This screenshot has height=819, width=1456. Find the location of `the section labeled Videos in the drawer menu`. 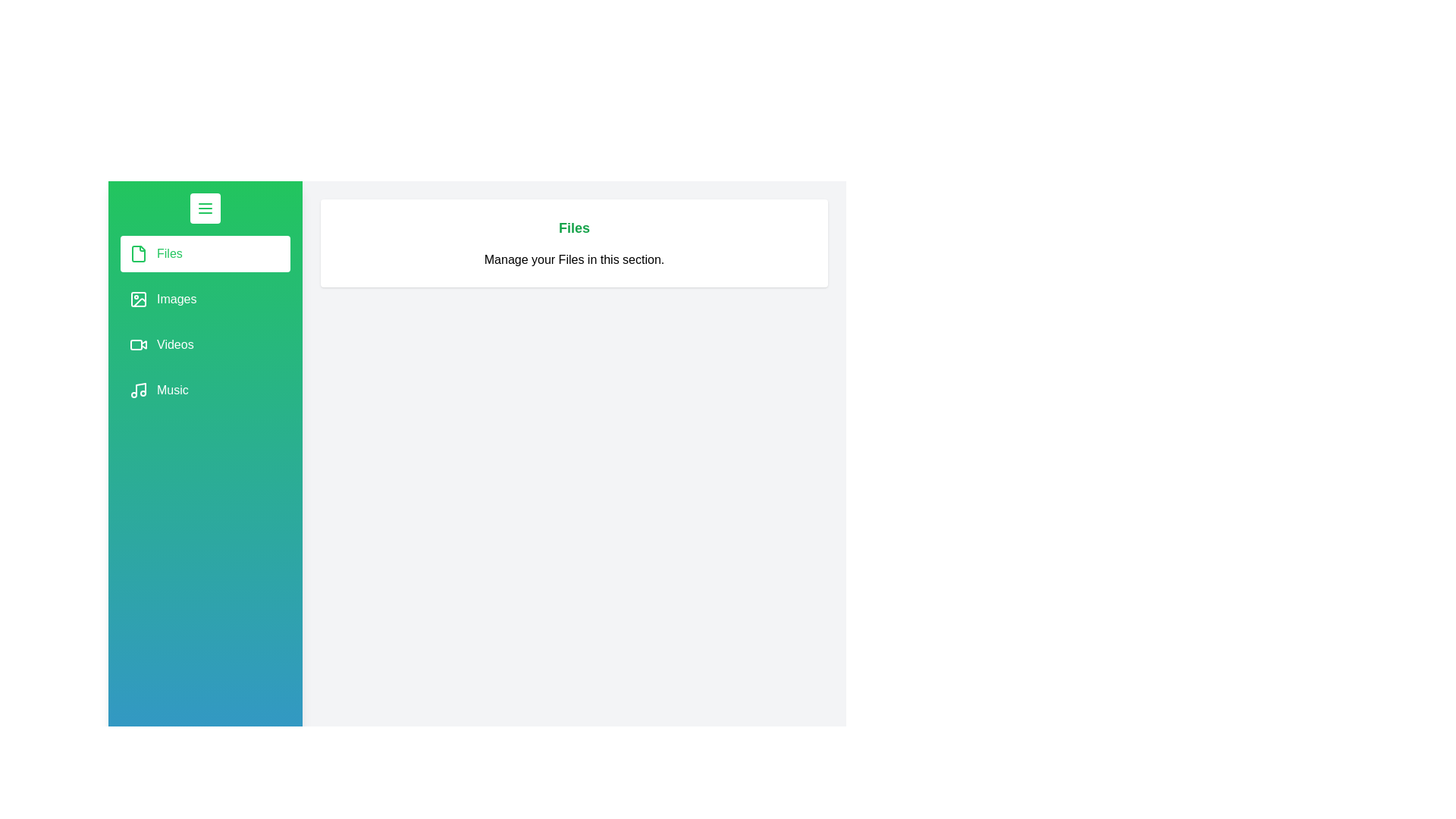

the section labeled Videos in the drawer menu is located at coordinates (204, 345).